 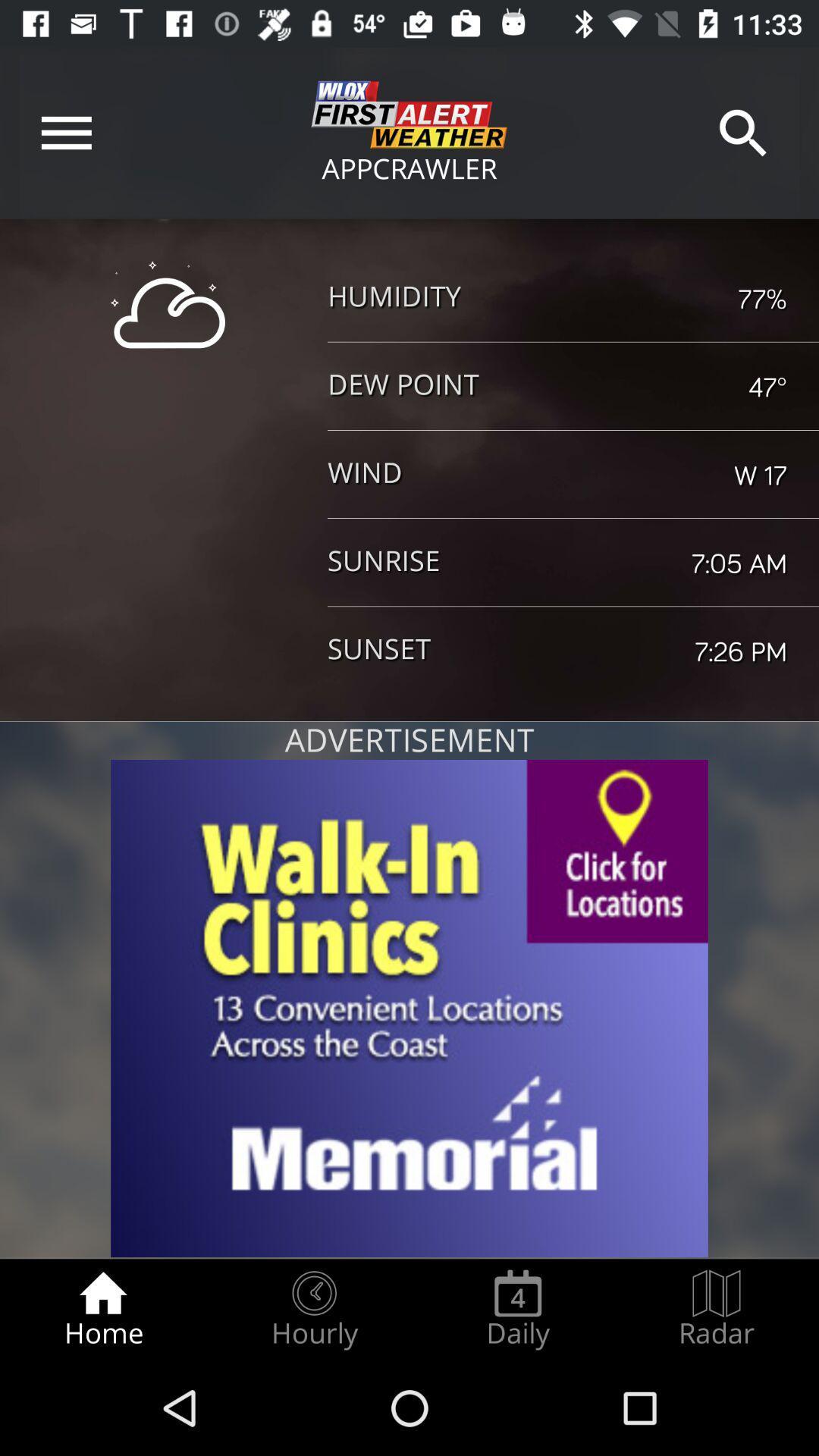 I want to click on open a advertisement, so click(x=409, y=1009).